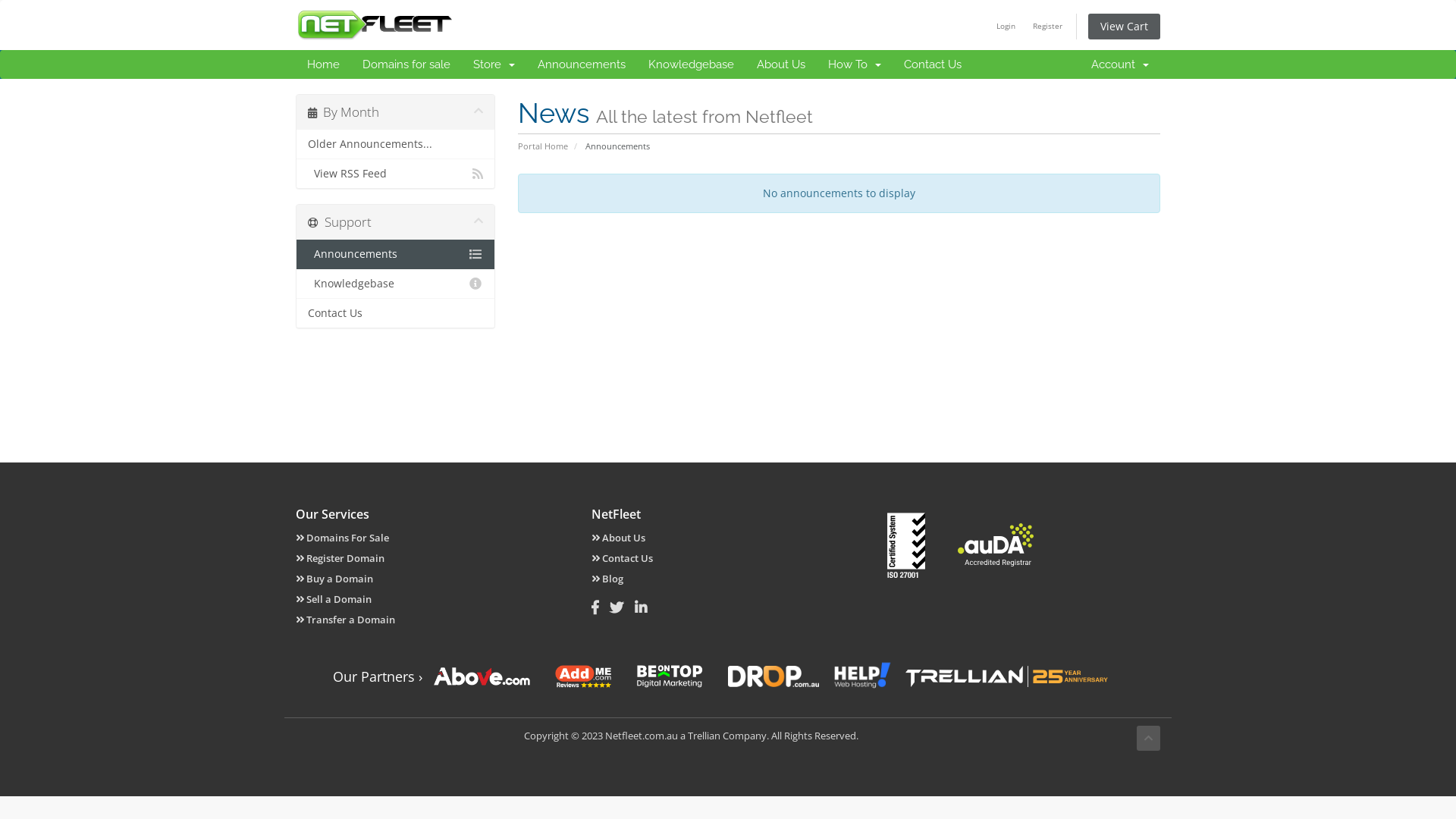 The height and width of the screenshot is (819, 1456). I want to click on 'Register', so click(1046, 26).